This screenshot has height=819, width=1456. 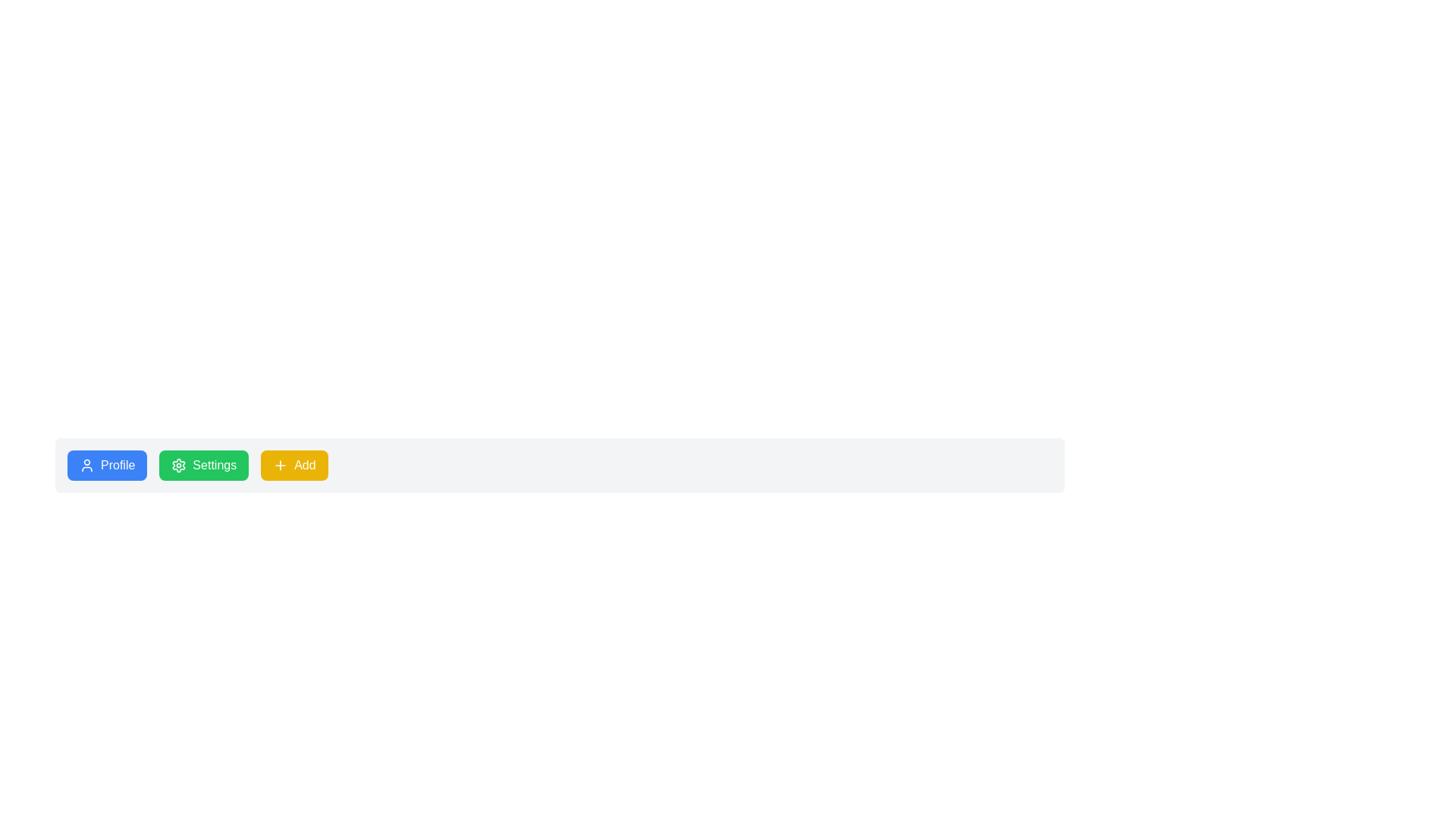 I want to click on the plus icon located within the 'Add' button next to 'Settings' in the navigation bar, so click(x=281, y=464).